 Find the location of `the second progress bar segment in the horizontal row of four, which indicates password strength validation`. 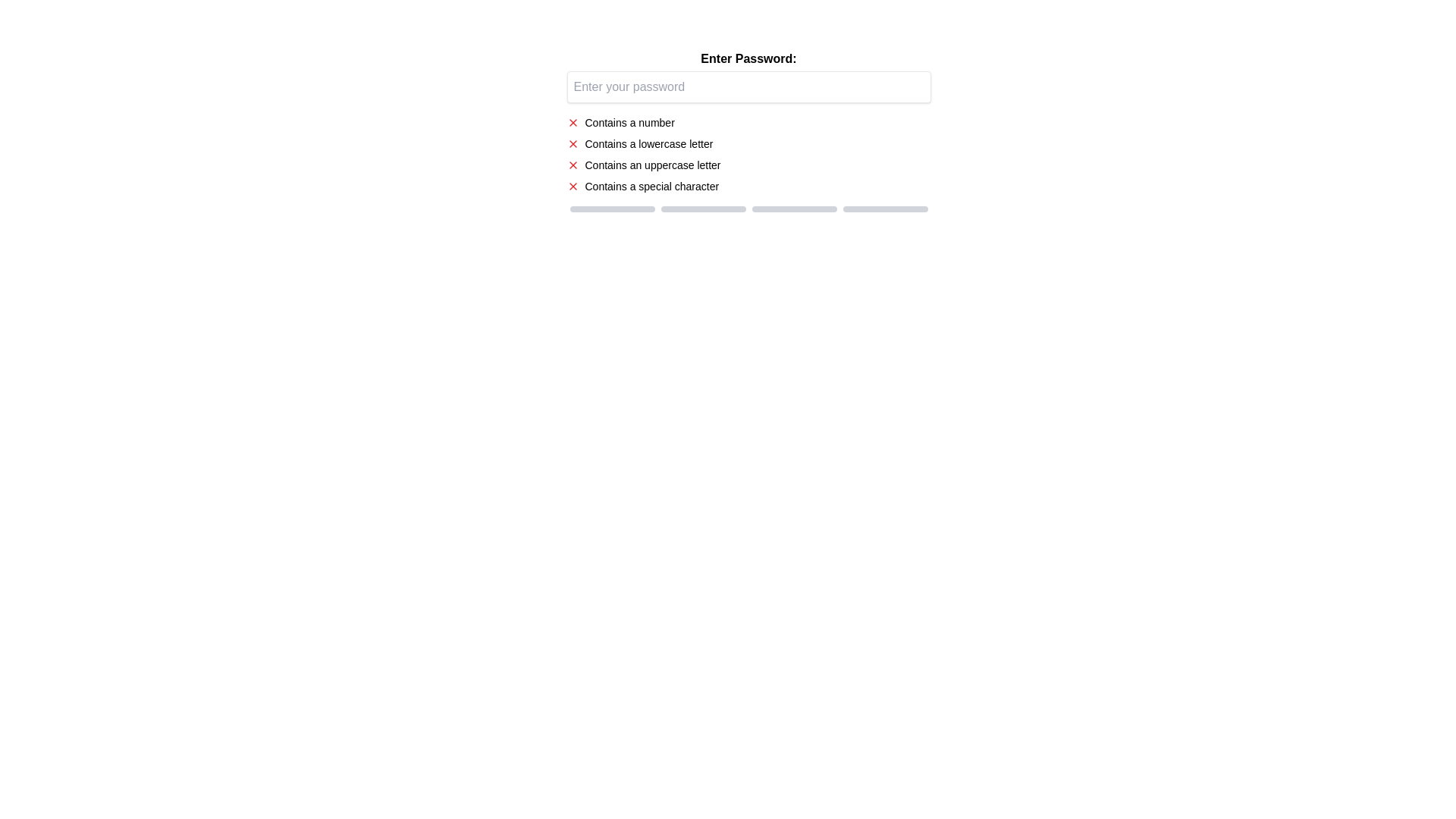

the second progress bar segment in the horizontal row of four, which indicates password strength validation is located at coordinates (702, 209).